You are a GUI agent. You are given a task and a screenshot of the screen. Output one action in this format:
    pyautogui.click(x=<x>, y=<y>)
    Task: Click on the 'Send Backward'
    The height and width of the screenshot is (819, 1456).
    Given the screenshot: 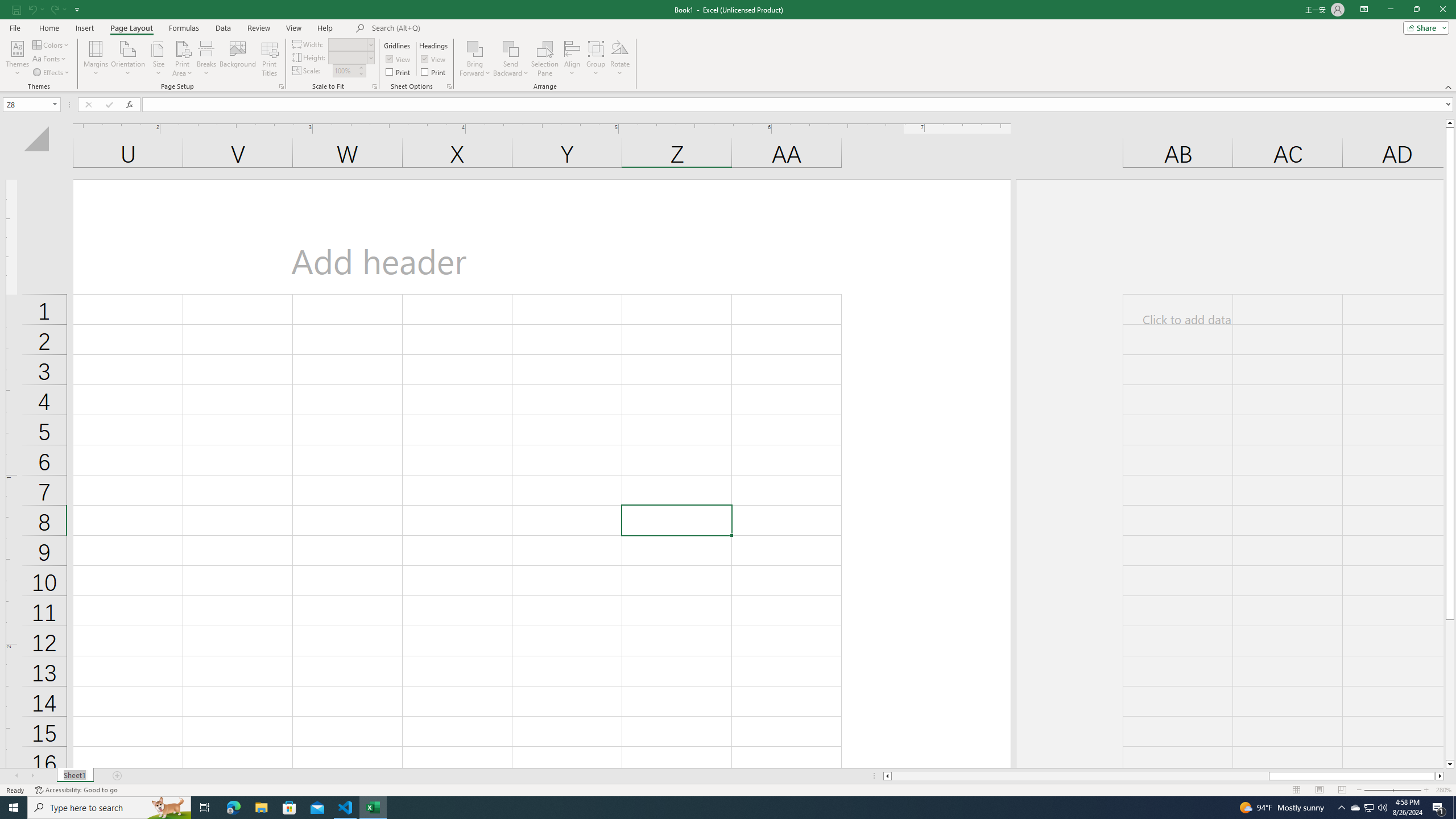 What is the action you would take?
    pyautogui.click(x=510, y=59)
    